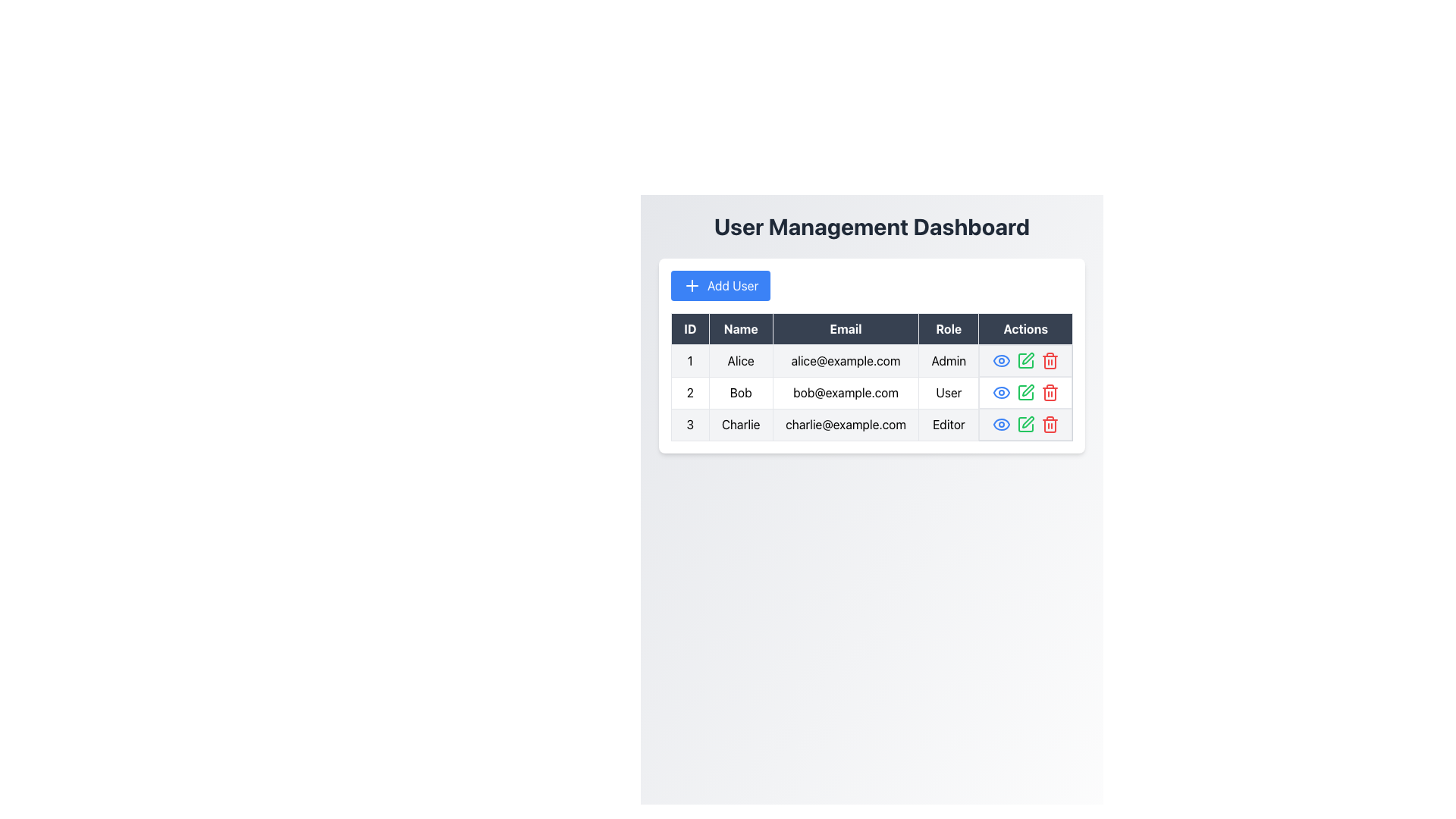 This screenshot has width=1456, height=819. What do you see at coordinates (845, 360) in the screenshot?
I see `the Text Display that shows the email address of user 'Alice' in the third column of the first row under the 'User Management Dashboard'` at bounding box center [845, 360].